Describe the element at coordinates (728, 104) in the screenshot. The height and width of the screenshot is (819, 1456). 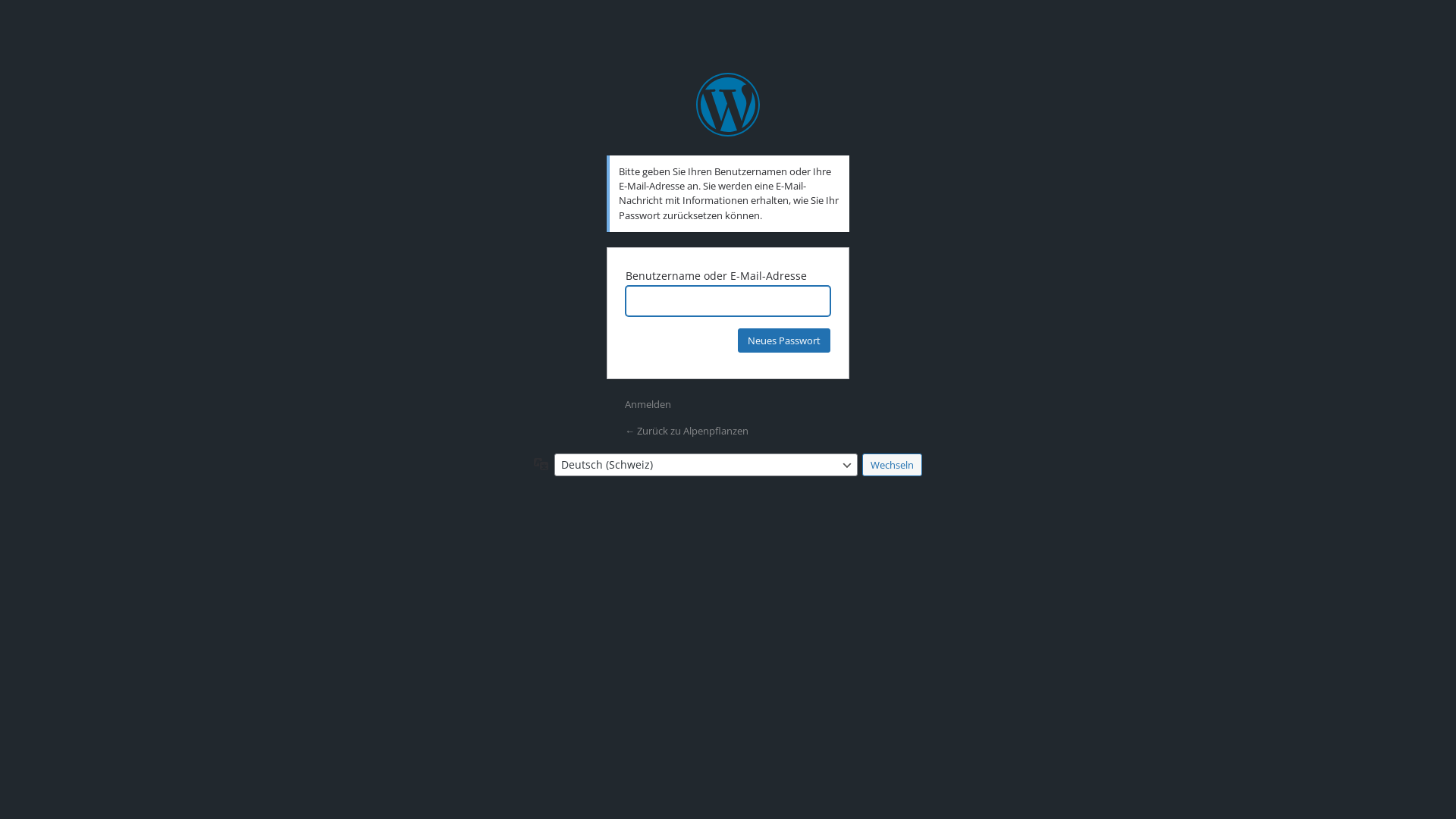
I see `'Powered by WordPress'` at that location.